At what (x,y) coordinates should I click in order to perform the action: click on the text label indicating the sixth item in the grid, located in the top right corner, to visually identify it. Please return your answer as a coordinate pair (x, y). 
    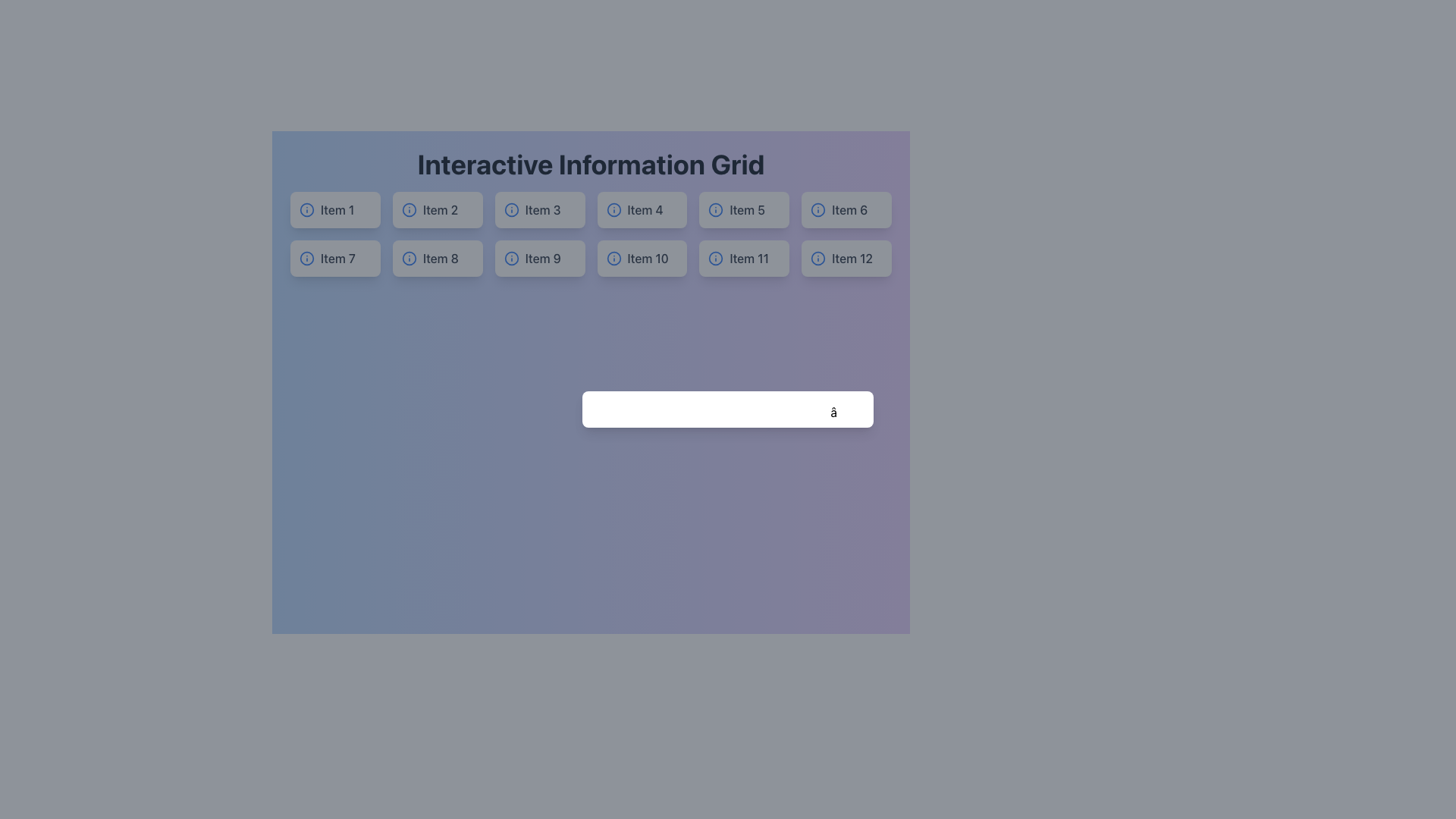
    Looking at the image, I should click on (849, 210).